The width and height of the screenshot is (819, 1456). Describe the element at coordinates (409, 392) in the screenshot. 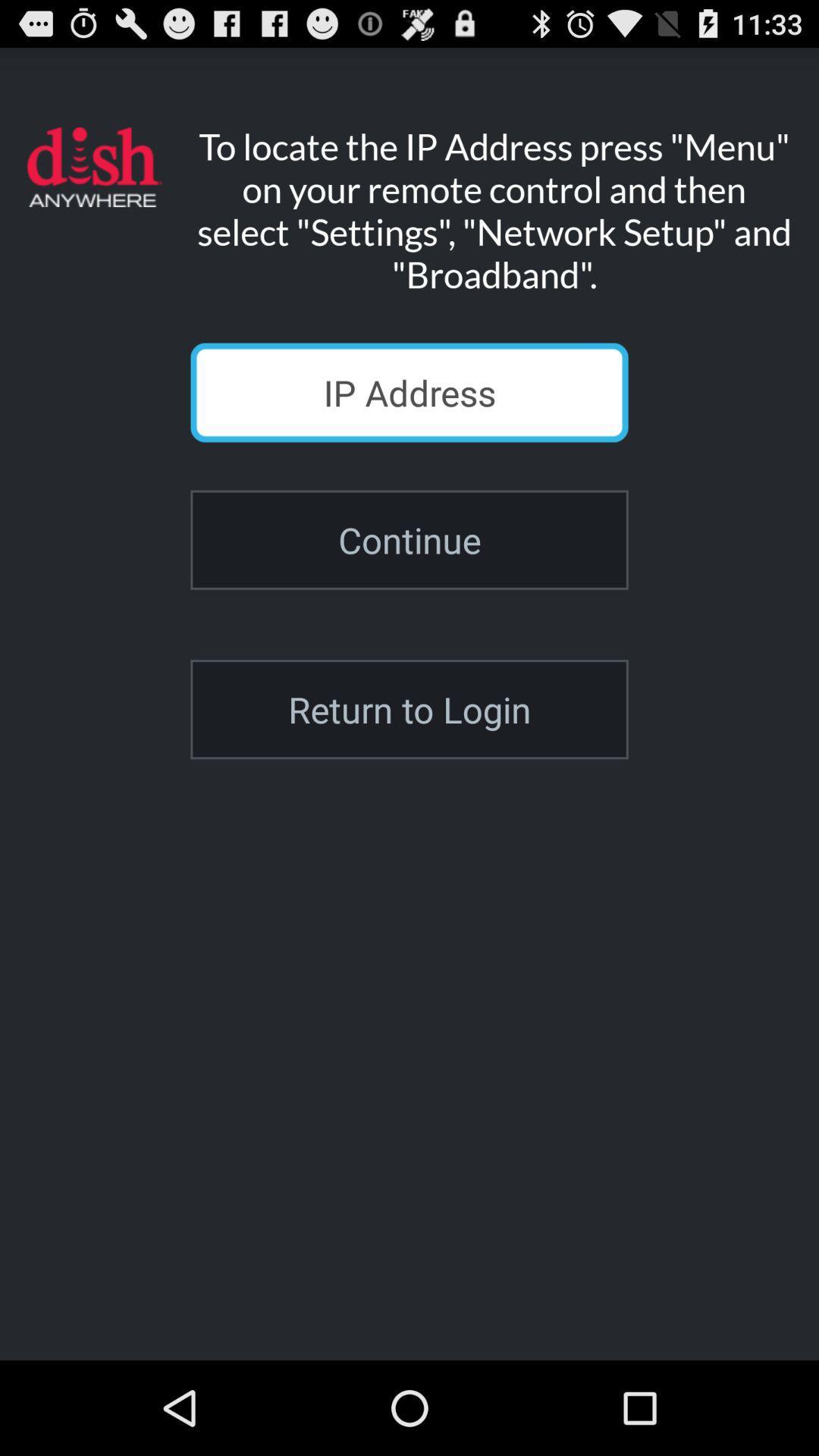

I see `icon above the continue icon` at that location.